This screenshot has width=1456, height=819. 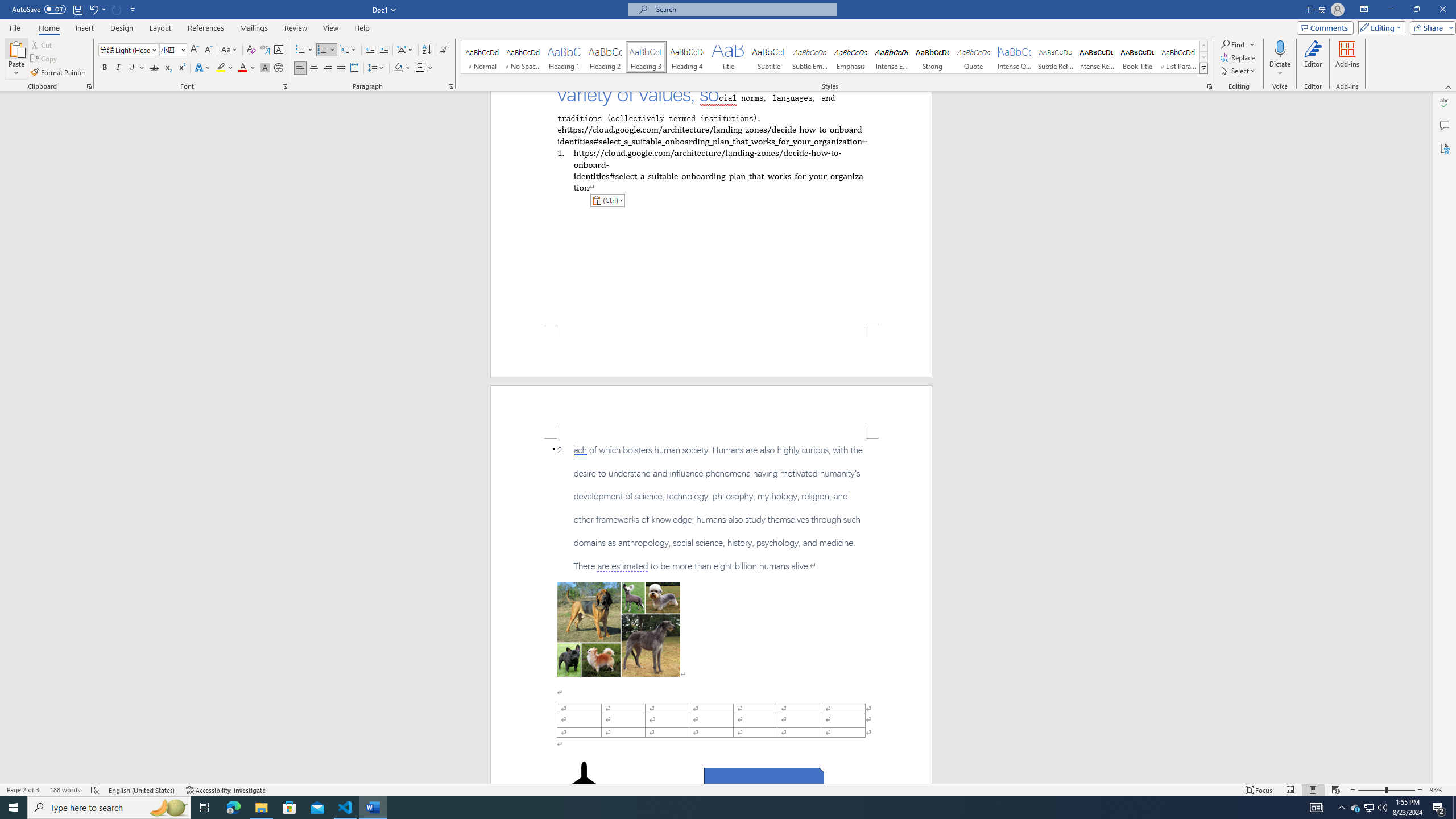 I want to click on 'Footer -Section 1-', so click(x=711, y=349).